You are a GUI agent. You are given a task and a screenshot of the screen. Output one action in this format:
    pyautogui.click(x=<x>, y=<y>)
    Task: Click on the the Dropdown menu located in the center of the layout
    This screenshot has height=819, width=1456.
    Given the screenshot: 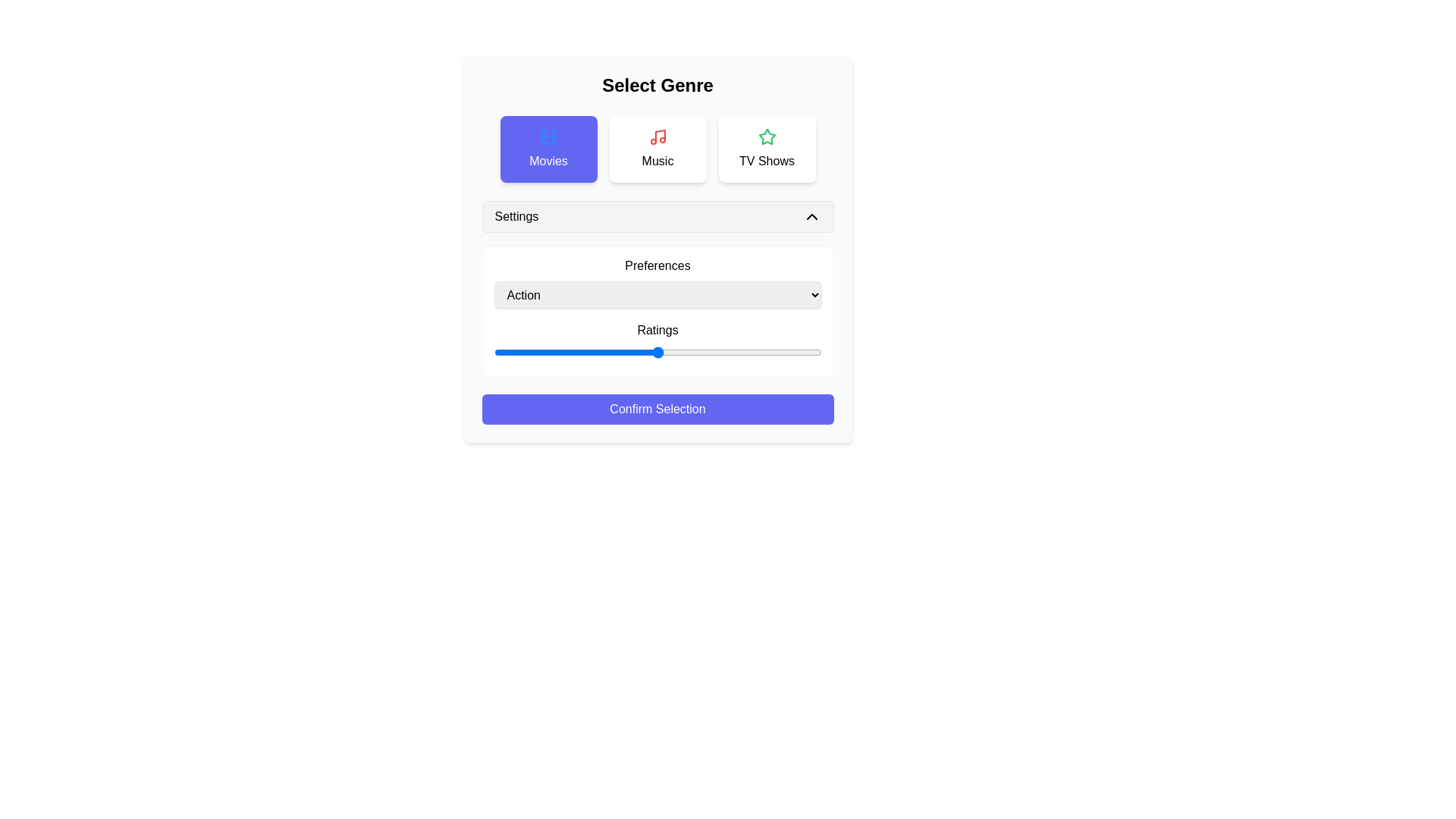 What is the action you would take?
    pyautogui.click(x=657, y=283)
    